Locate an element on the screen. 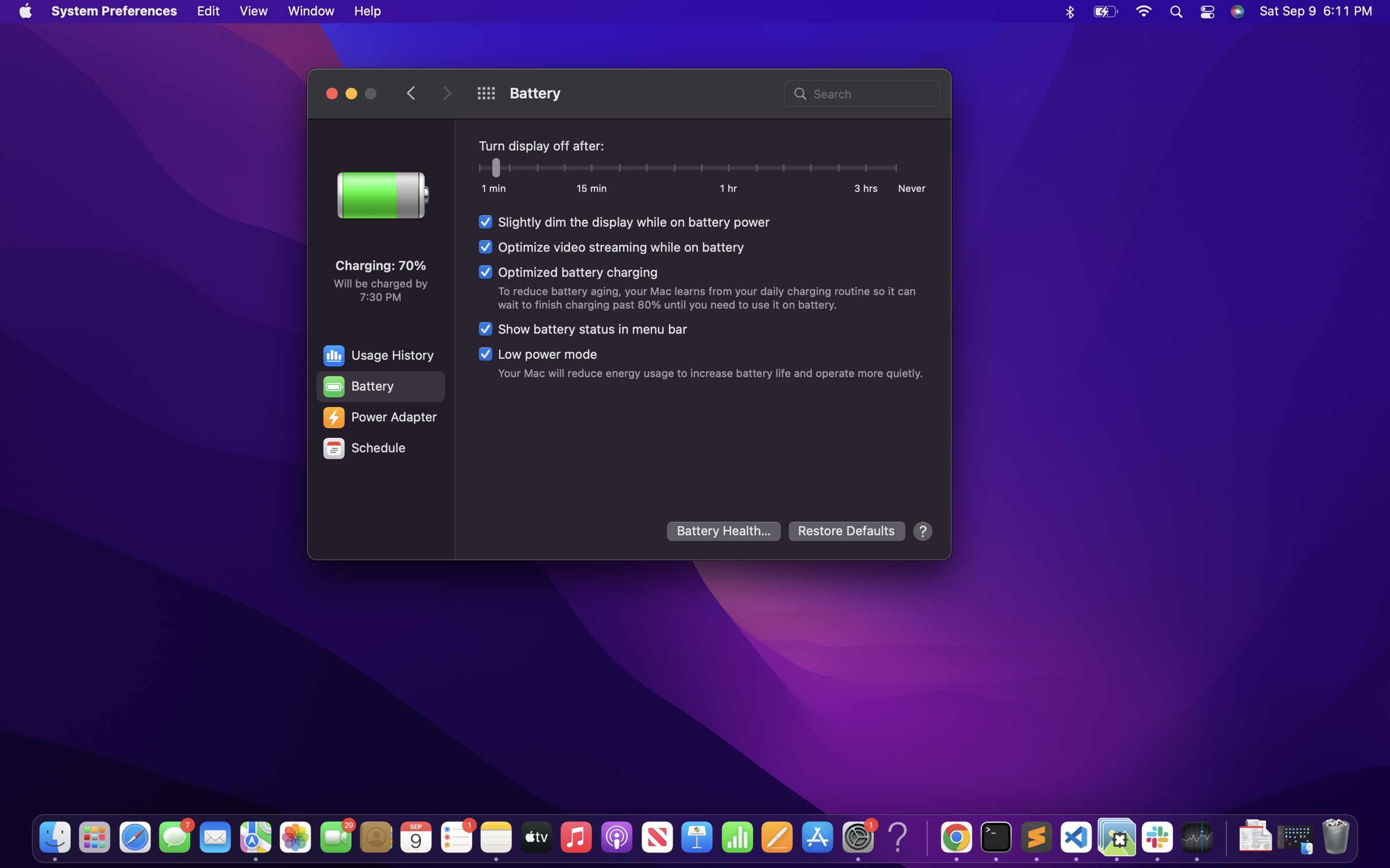 Image resolution: width=1390 pixels, height=868 pixels. Shut down the open window is located at coordinates (331, 92).